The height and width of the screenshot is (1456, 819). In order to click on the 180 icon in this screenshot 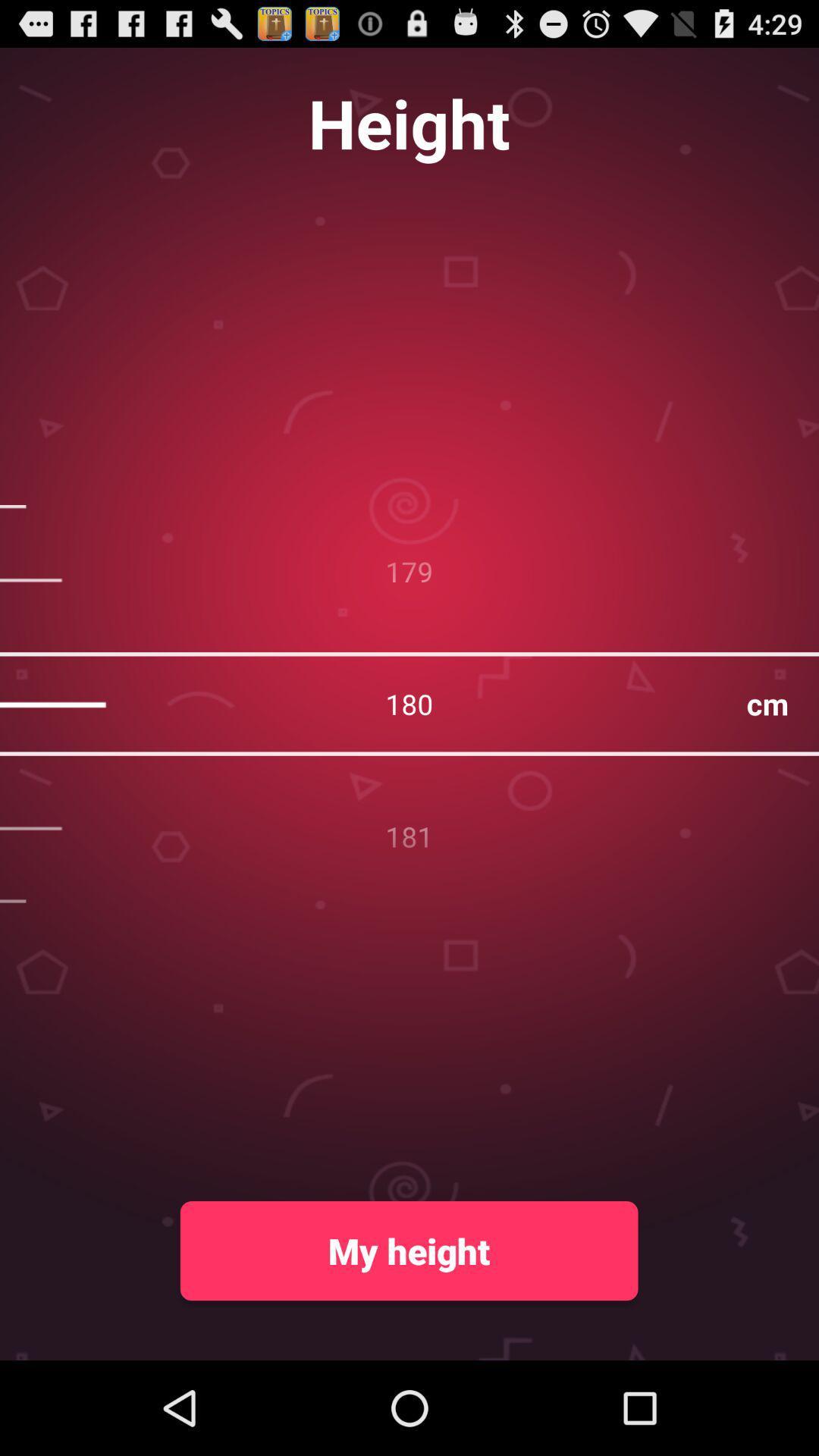, I will do `click(409, 703)`.